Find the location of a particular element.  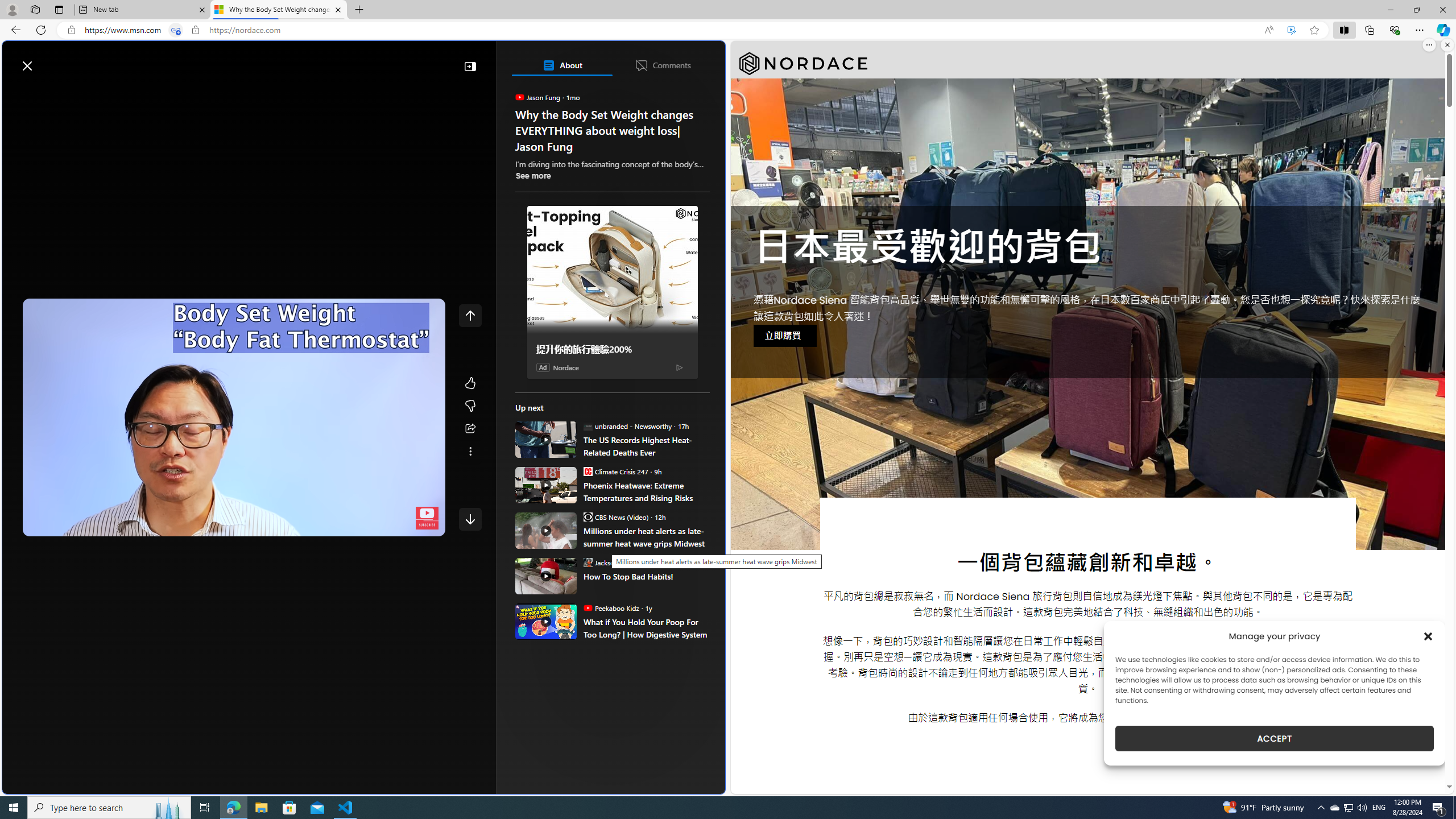

'unbranded - Newsworthy unbranded - Newsworthy' is located at coordinates (626, 425).